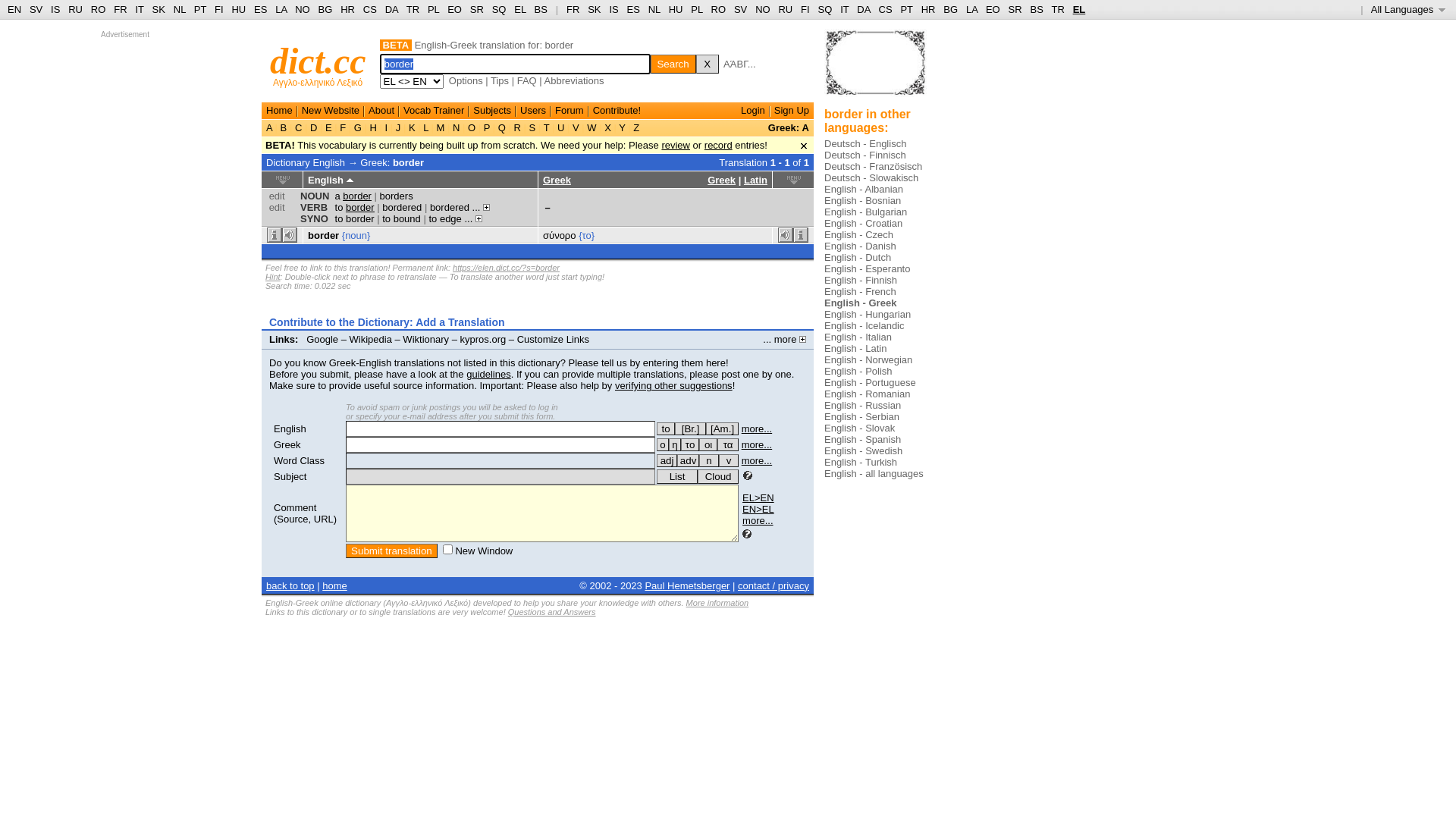 The width and height of the screenshot is (1456, 819). What do you see at coordinates (865, 143) in the screenshot?
I see `'Deutsch - Englisch'` at bounding box center [865, 143].